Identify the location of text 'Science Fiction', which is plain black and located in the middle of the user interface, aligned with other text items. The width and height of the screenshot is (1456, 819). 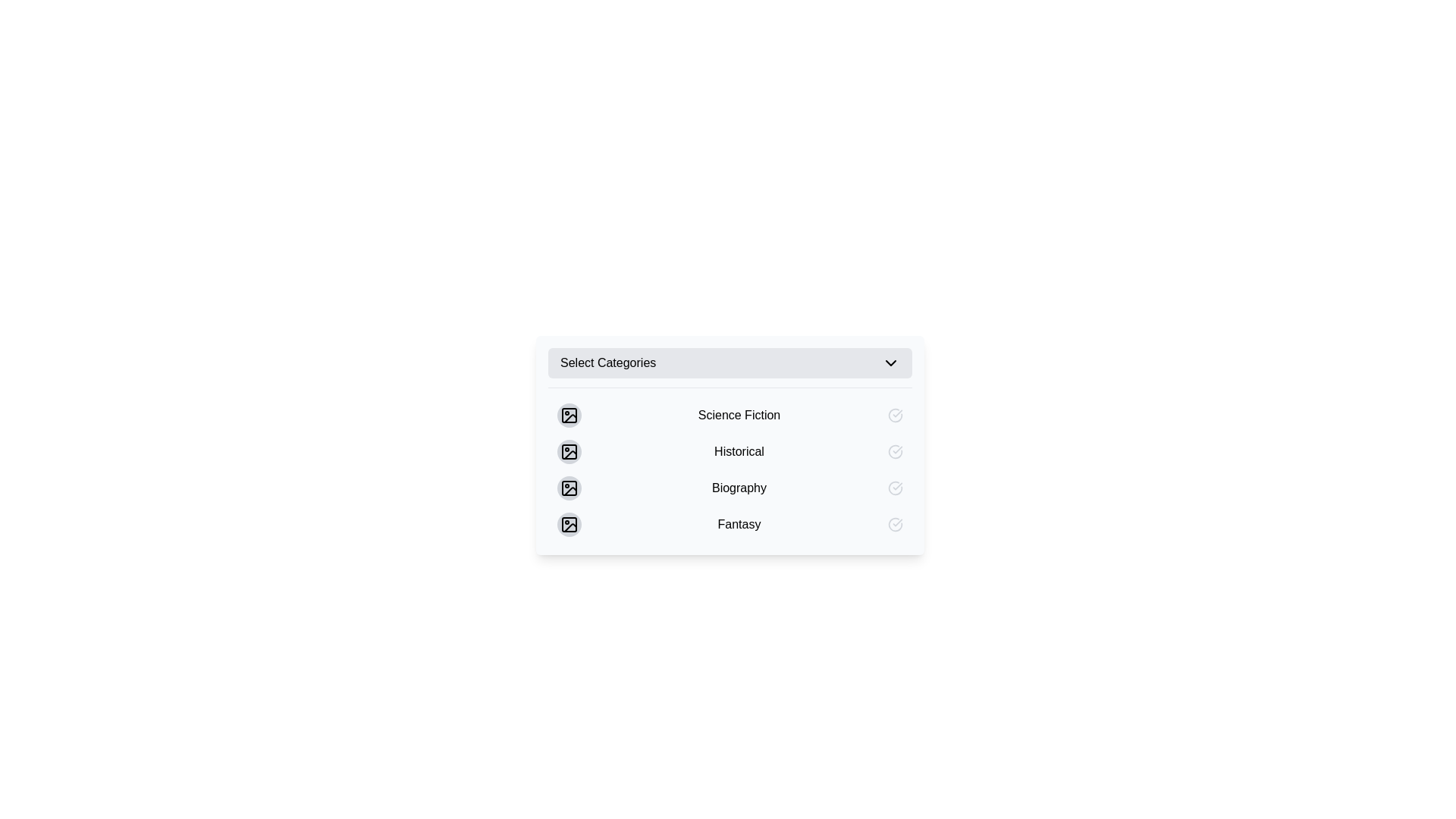
(739, 415).